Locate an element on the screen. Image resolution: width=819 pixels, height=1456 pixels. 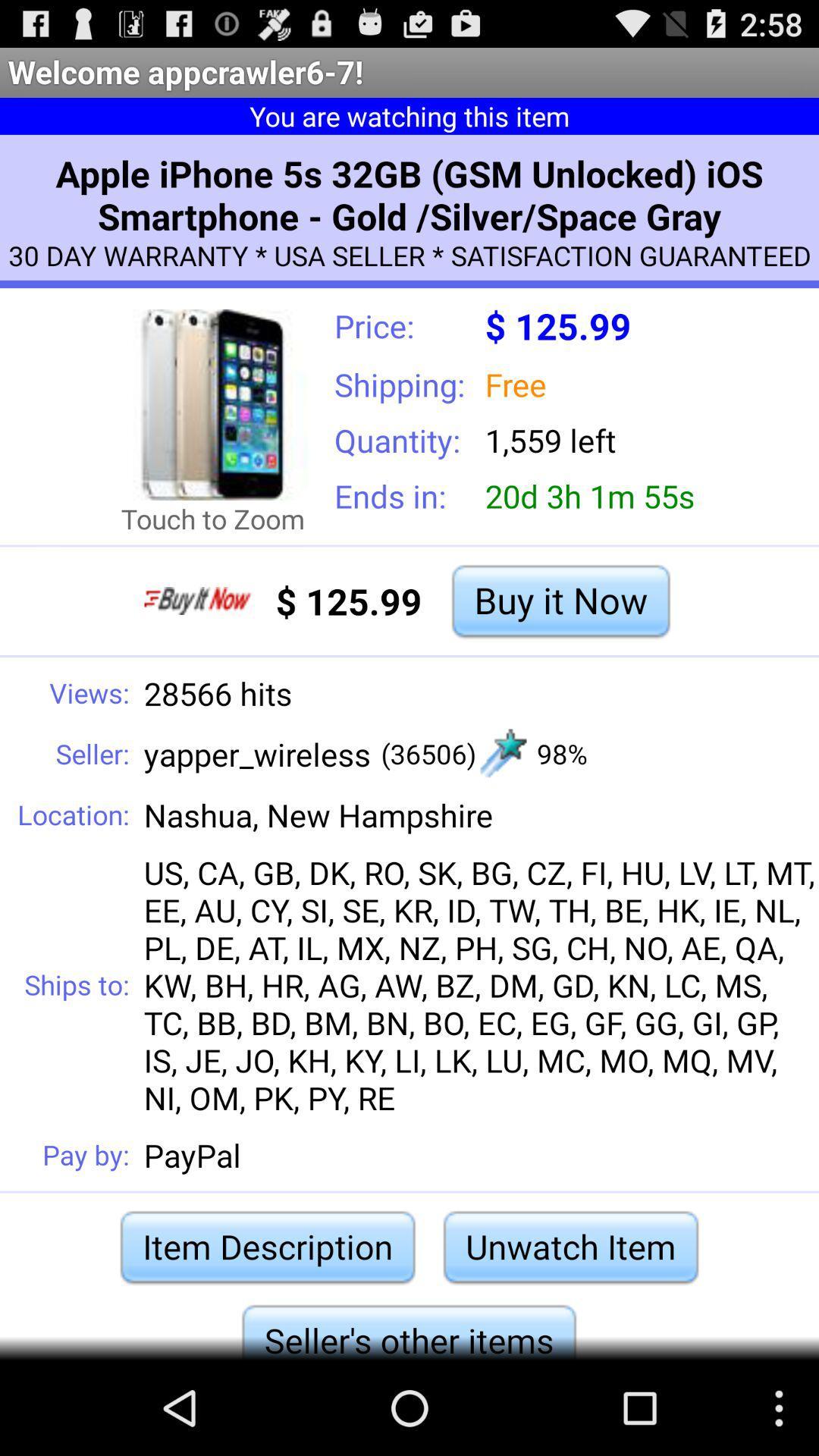
the icon next to item description item is located at coordinates (570, 1247).